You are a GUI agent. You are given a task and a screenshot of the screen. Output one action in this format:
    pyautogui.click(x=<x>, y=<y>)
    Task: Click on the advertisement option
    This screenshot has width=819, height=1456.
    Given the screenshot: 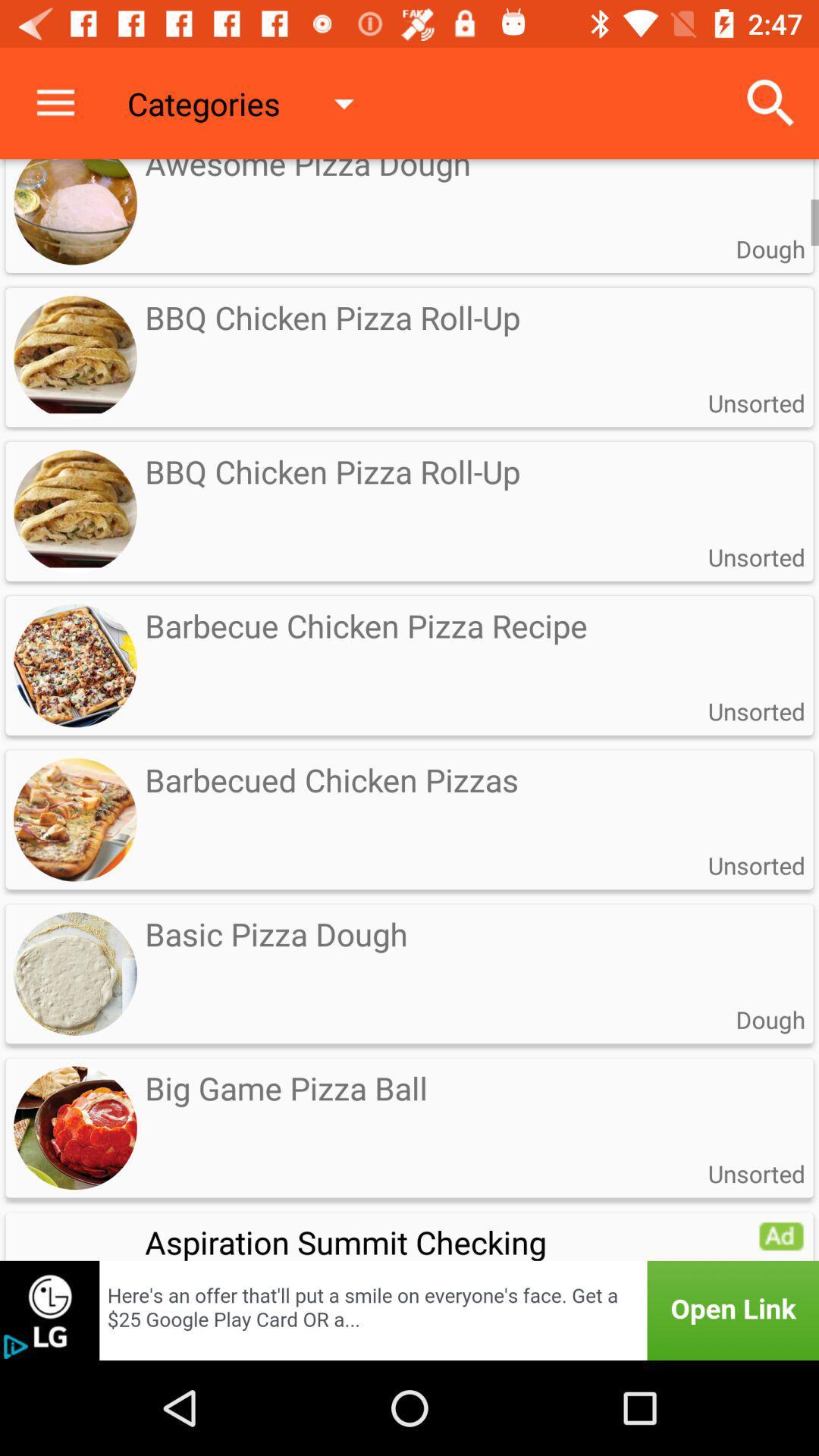 What is the action you would take?
    pyautogui.click(x=781, y=1235)
    